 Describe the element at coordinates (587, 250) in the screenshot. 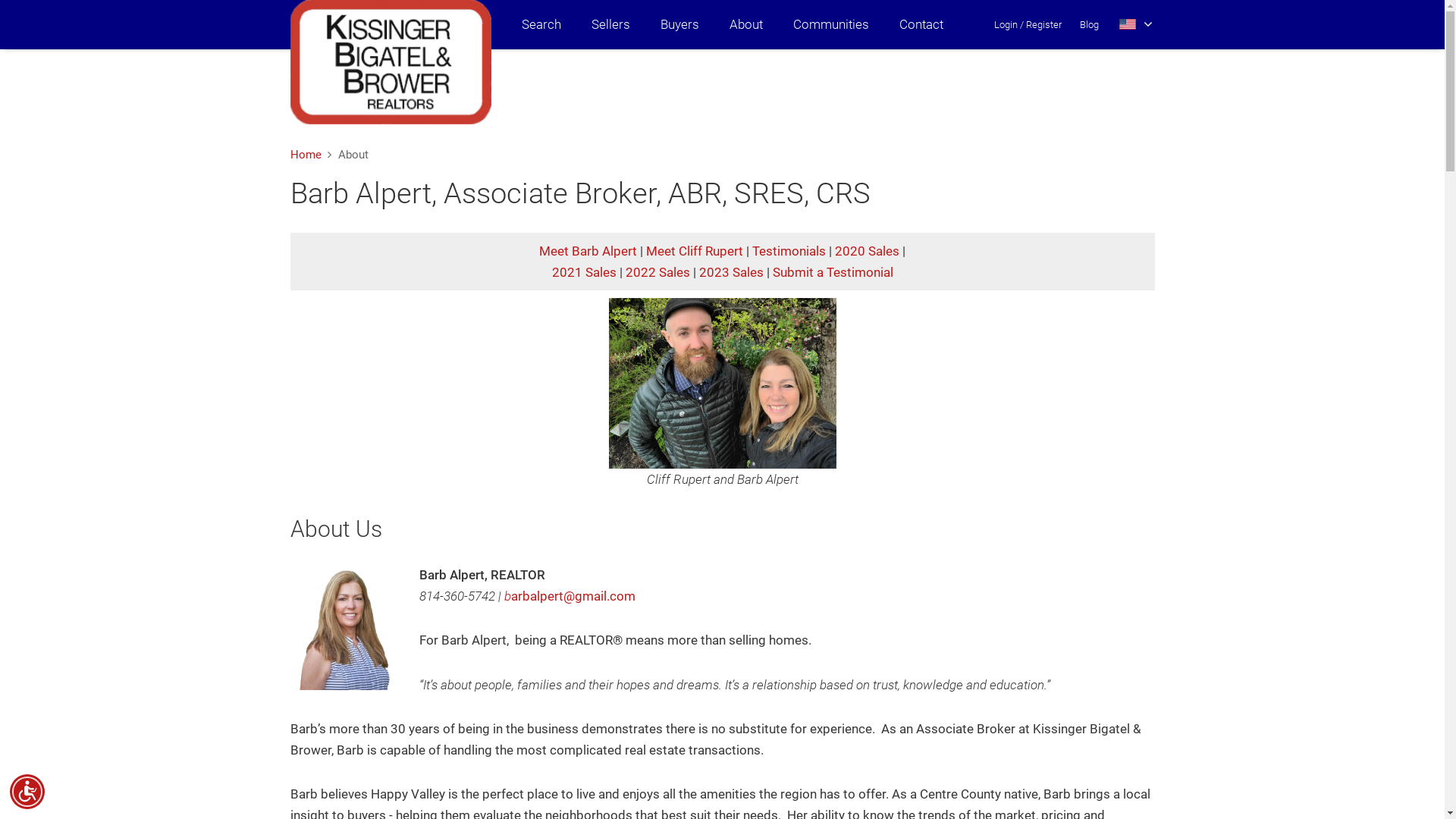

I see `'Meet Barb Alpert'` at that location.